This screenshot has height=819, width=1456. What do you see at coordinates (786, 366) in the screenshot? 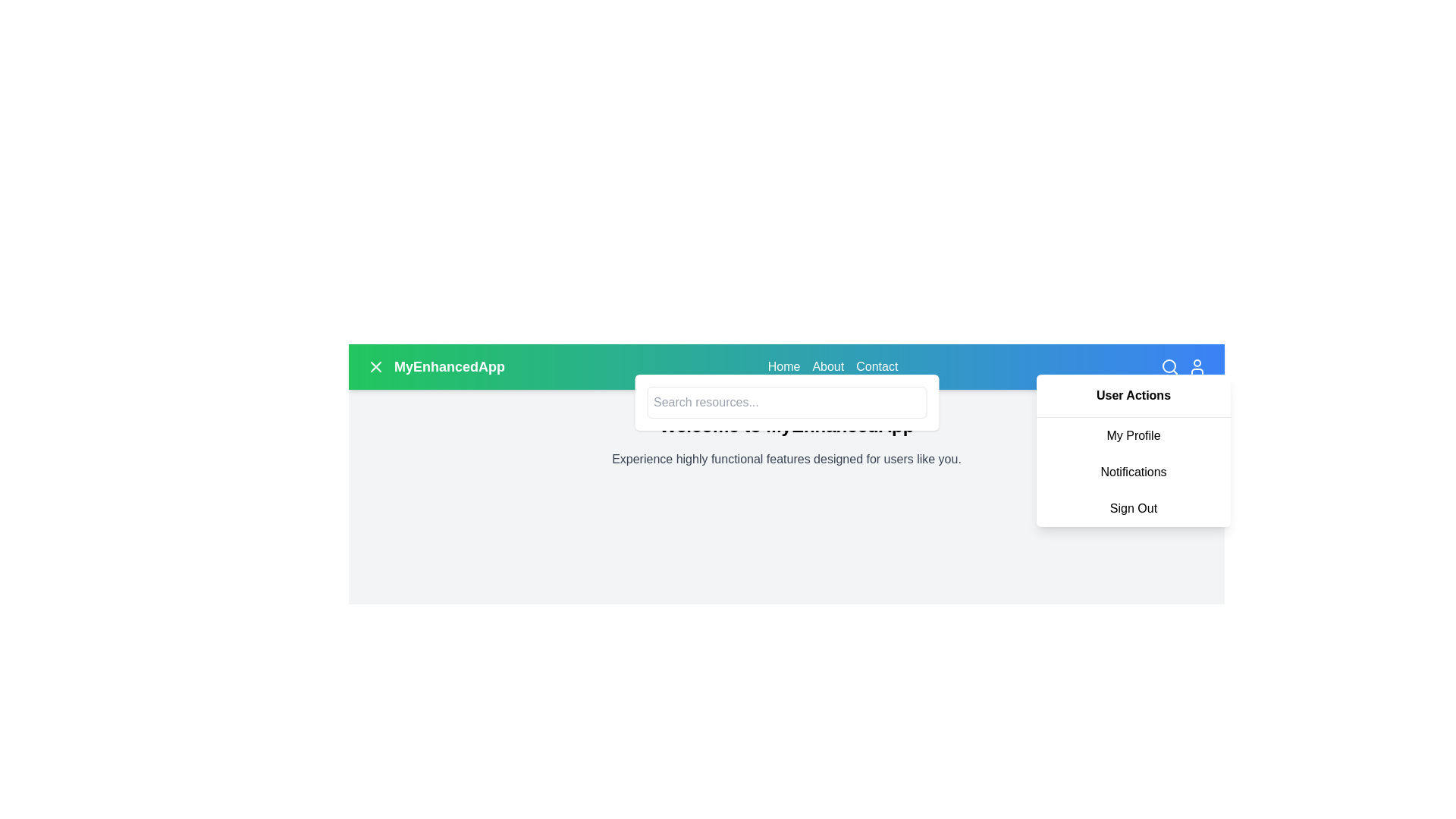
I see `the Navigation bar of 'MyEnhancedApp'` at bounding box center [786, 366].